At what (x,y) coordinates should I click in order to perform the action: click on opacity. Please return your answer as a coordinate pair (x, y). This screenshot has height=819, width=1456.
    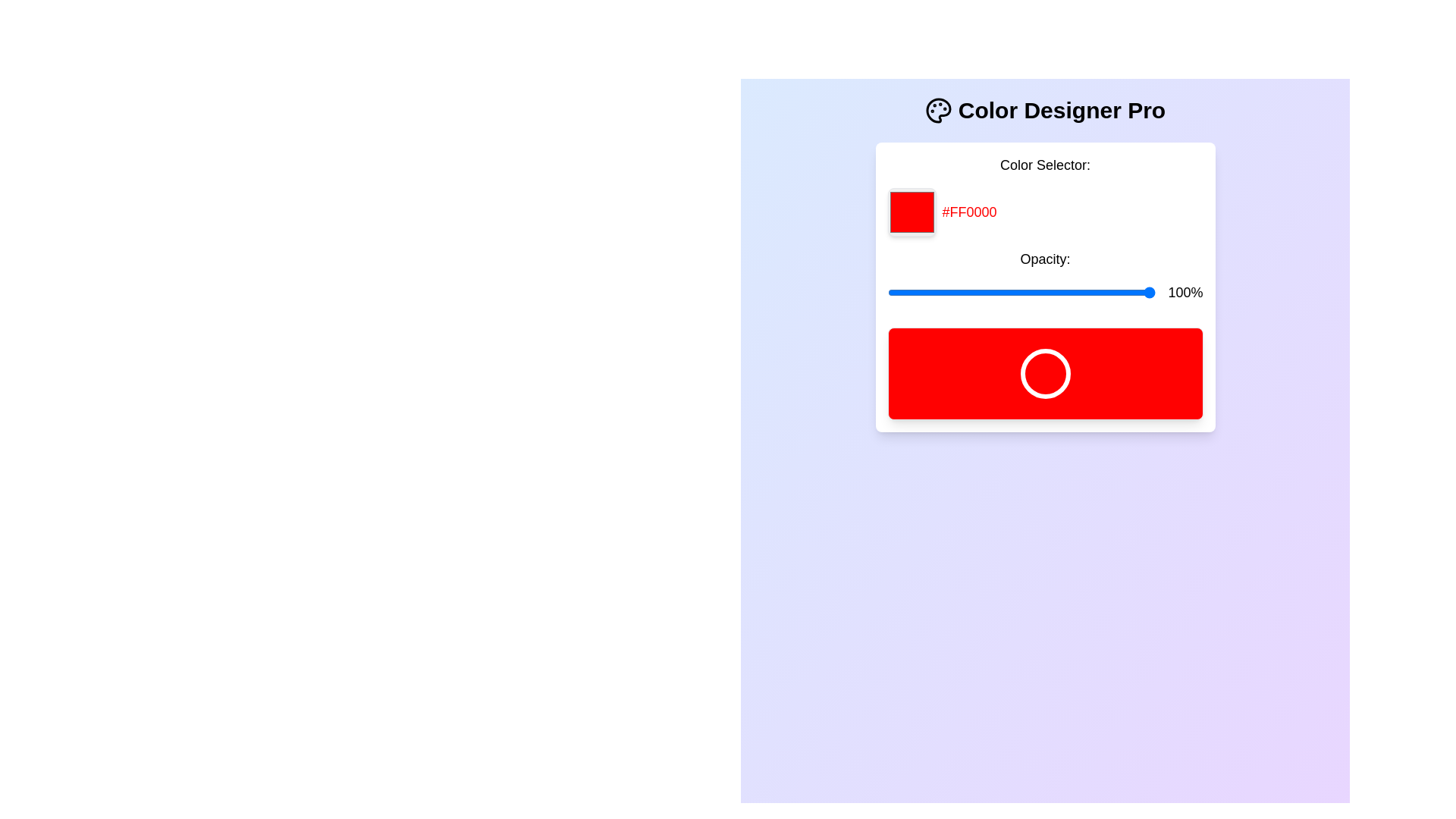
    Looking at the image, I should click on (990, 292).